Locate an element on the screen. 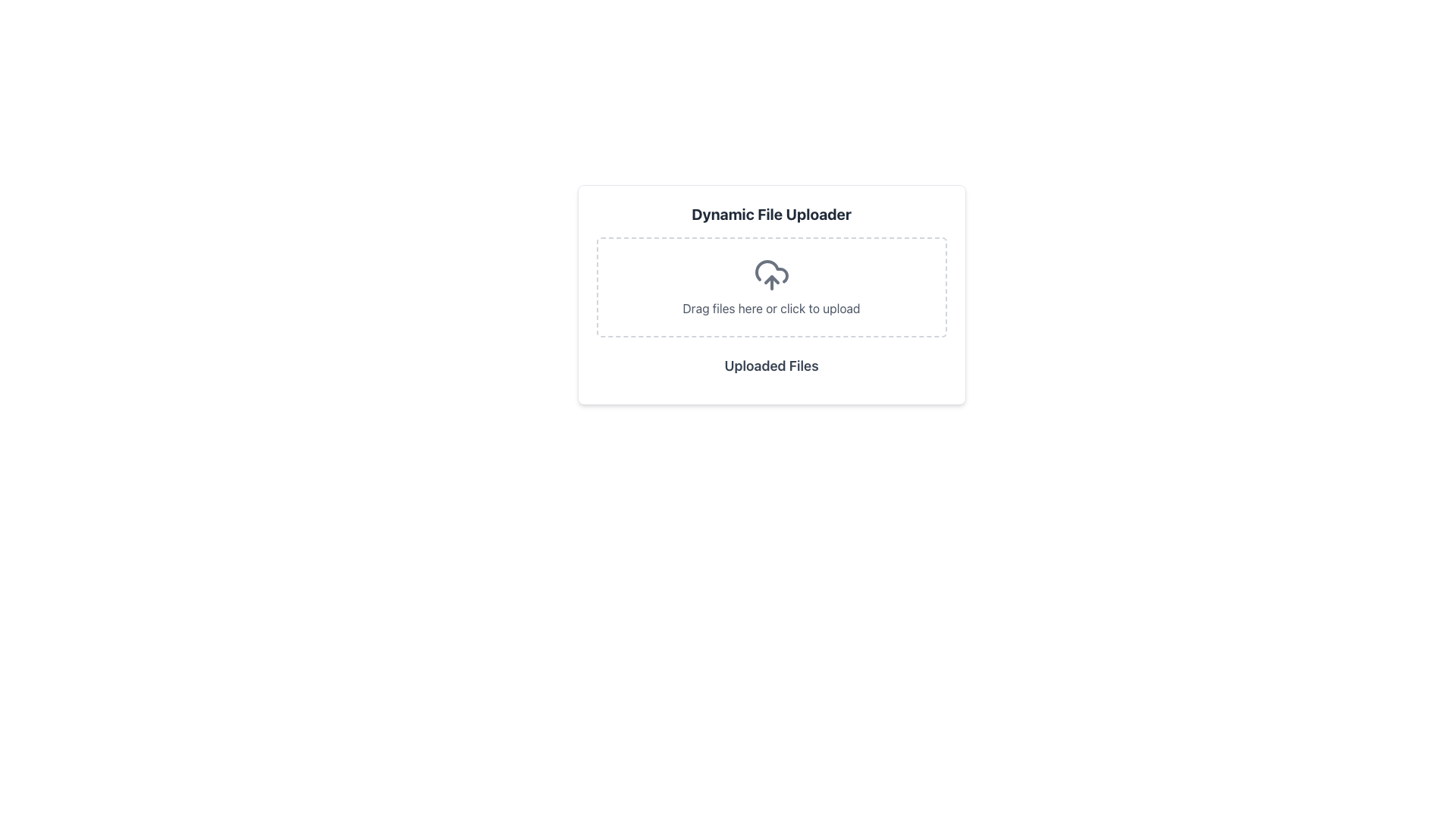 Image resolution: width=1456 pixels, height=819 pixels. the cloud icon element in the upload section, which is a smooth gray vector graphic positioned in the top-center of the upload area, above the 'Drag files here or click to upload' text is located at coordinates (771, 271).